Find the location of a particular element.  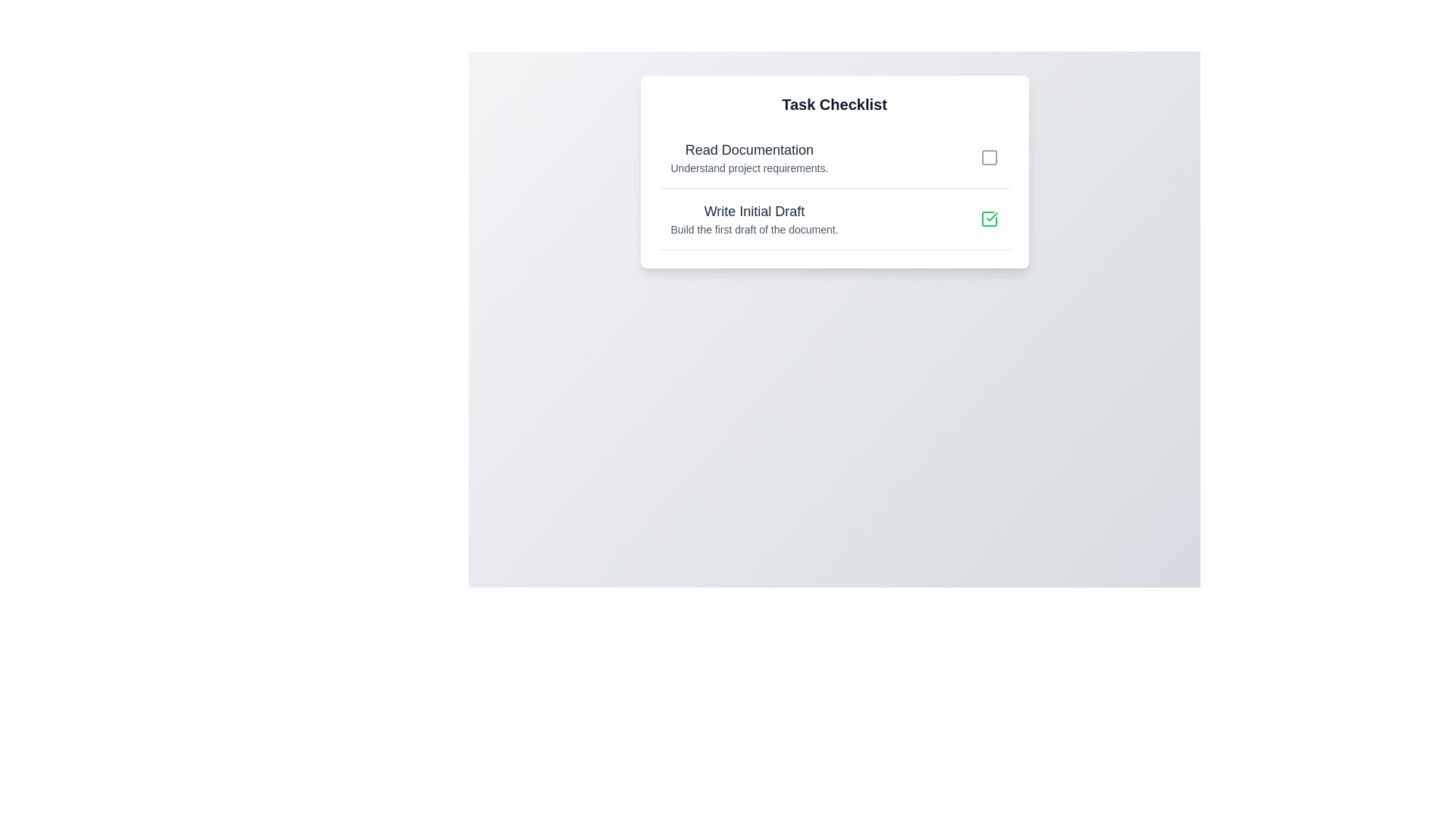

the task 'Read Documentation' is located at coordinates (749, 149).